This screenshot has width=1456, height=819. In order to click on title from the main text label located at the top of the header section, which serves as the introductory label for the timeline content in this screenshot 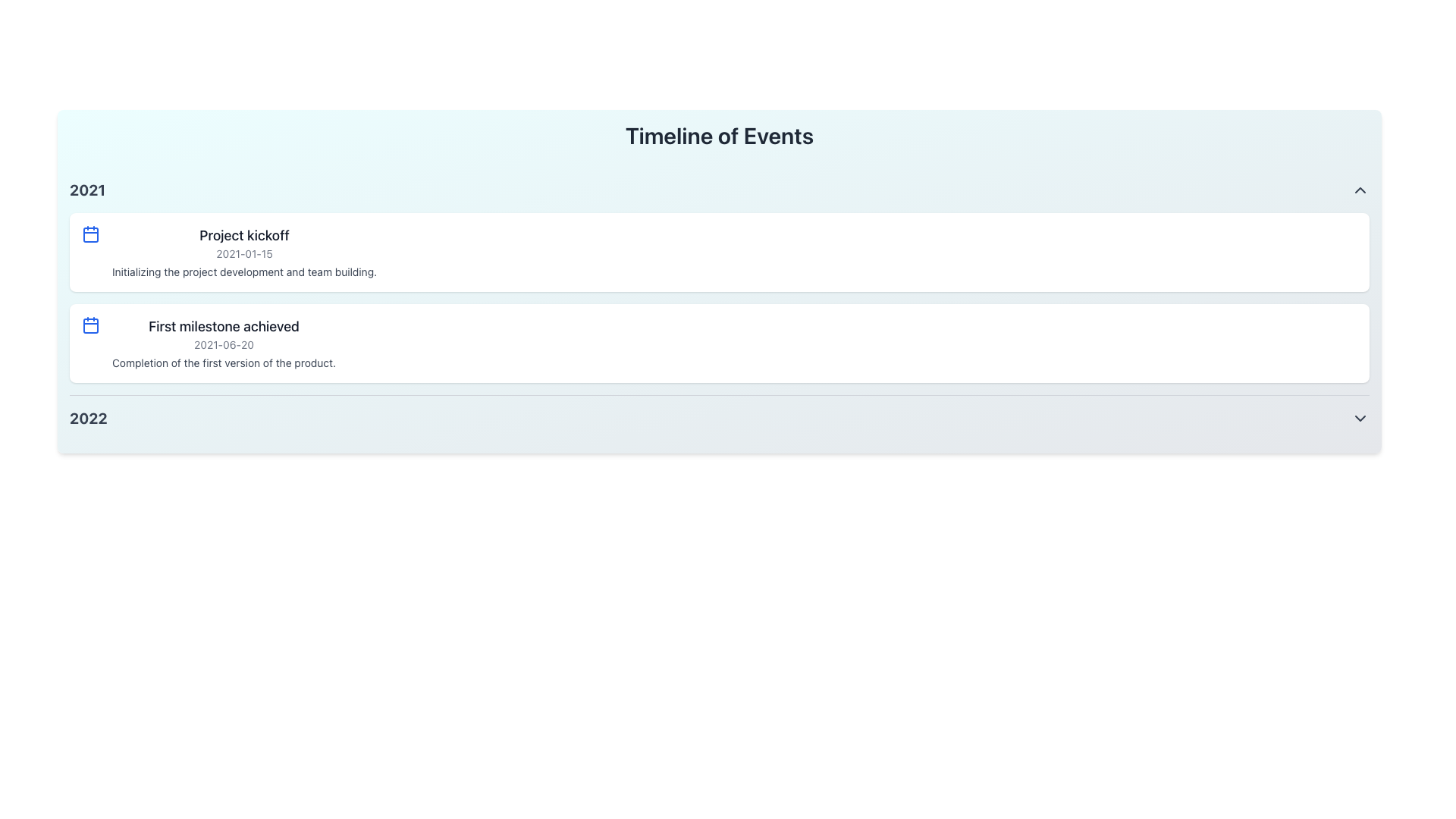, I will do `click(719, 134)`.